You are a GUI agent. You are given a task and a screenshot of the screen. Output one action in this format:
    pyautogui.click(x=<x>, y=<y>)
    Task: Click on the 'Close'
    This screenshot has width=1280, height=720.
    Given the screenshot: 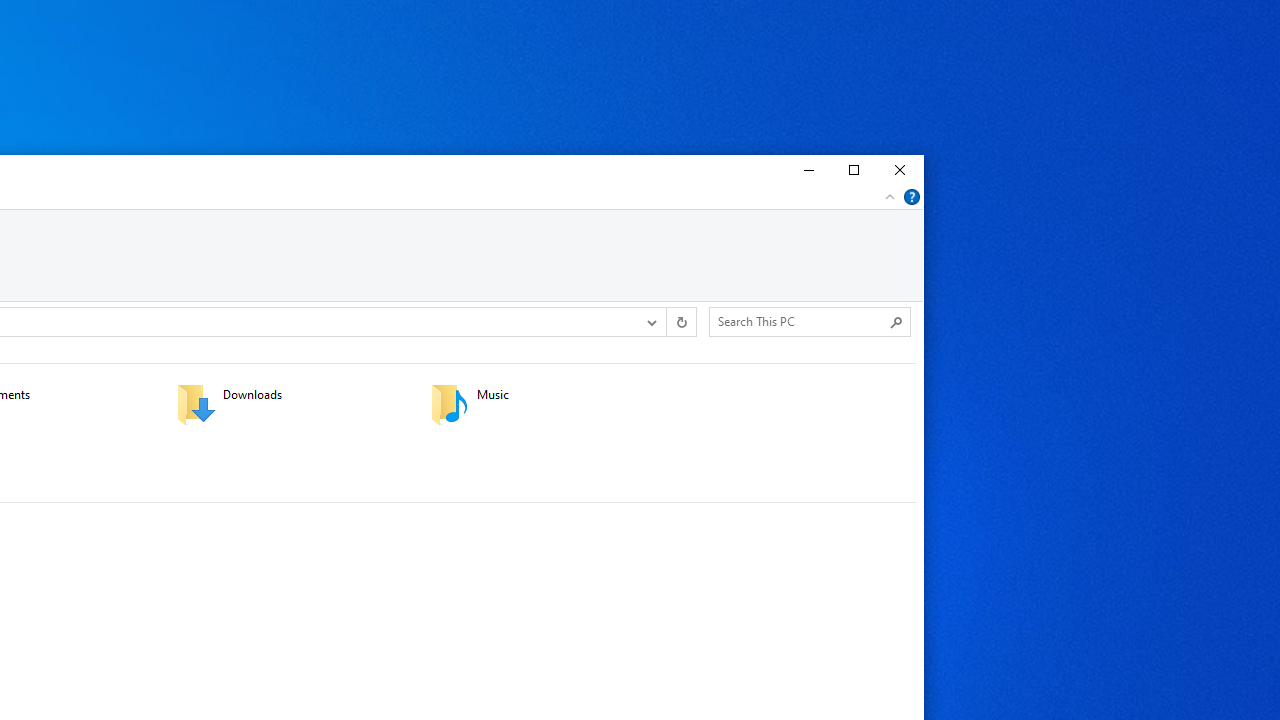 What is the action you would take?
    pyautogui.click(x=899, y=170)
    